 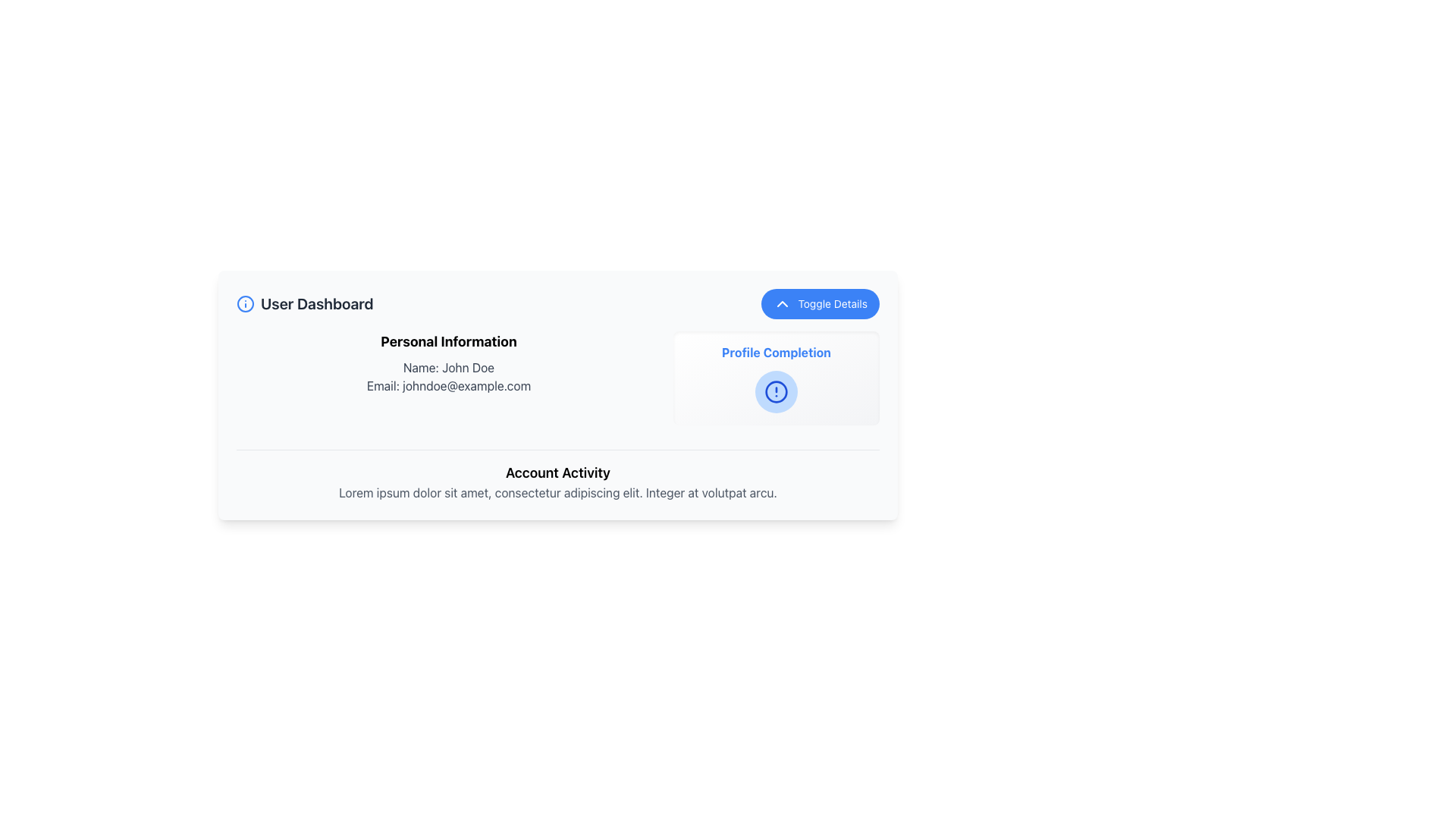 I want to click on the Decorative circle component within the SVG icon in the 'Profile Completion' section, which is styled in a blue theme and serves as an alert indicator, so click(x=776, y=391).